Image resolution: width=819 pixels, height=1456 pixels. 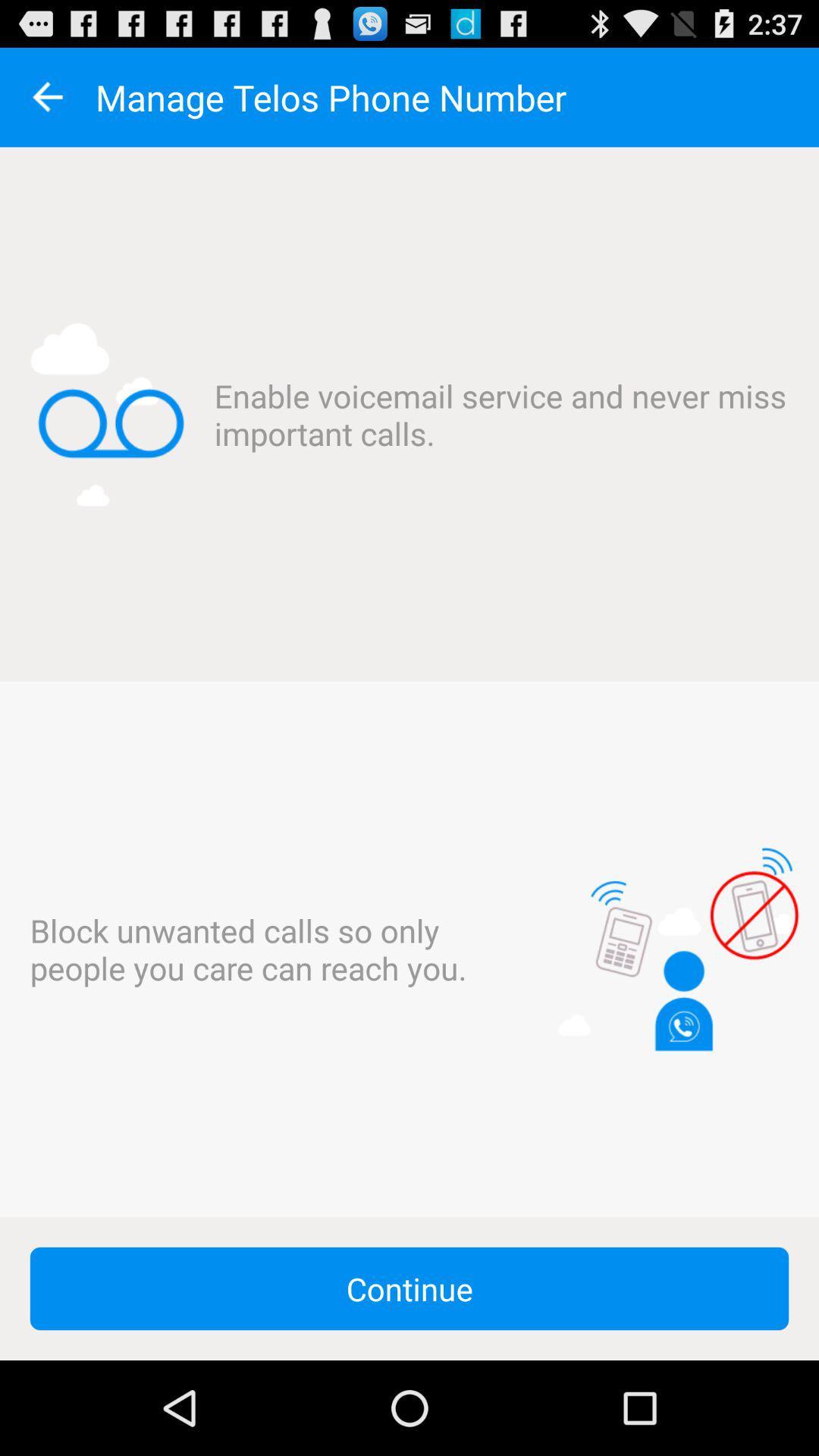 What do you see at coordinates (409, 1288) in the screenshot?
I see `the continue` at bounding box center [409, 1288].